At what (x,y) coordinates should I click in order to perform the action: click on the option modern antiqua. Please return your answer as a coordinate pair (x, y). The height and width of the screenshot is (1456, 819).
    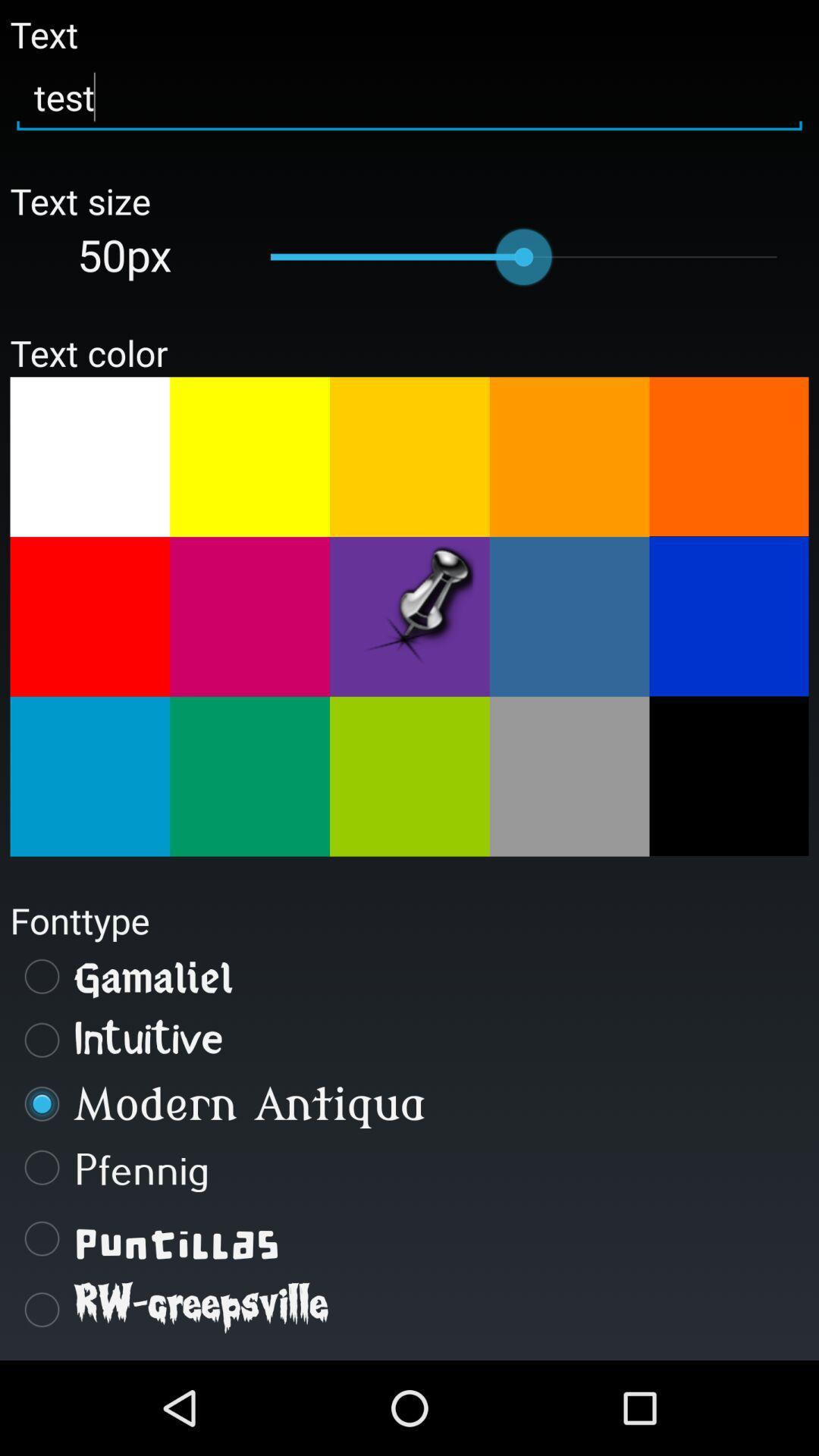
    Looking at the image, I should click on (409, 1103).